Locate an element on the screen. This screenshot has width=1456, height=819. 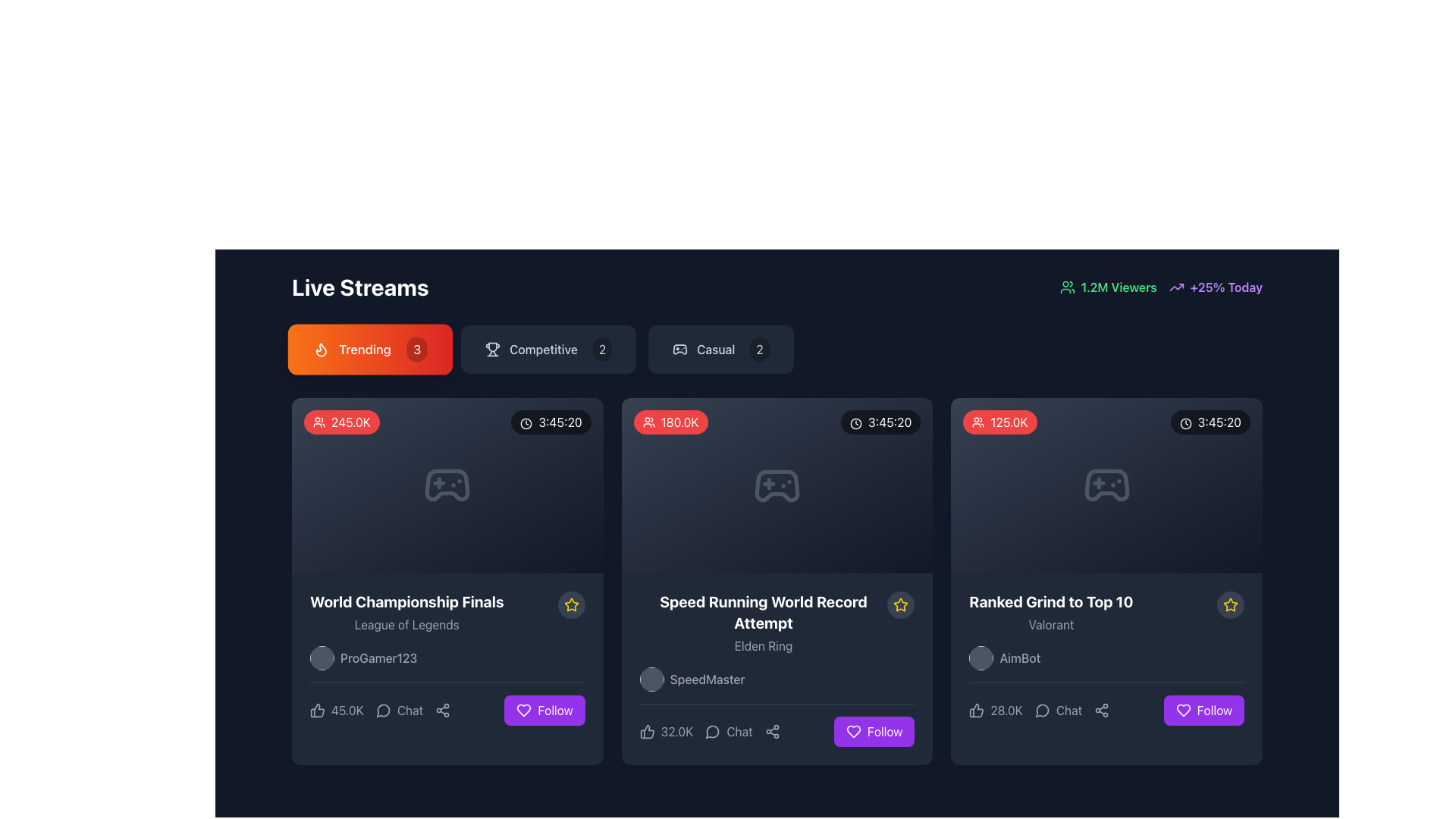
the small gray share icon located in the bottom-right quadrant of the 'Ranked Grind to Top 10' card, positioned between the 'Chat' and 'Follow' buttons is located at coordinates (1106, 704).